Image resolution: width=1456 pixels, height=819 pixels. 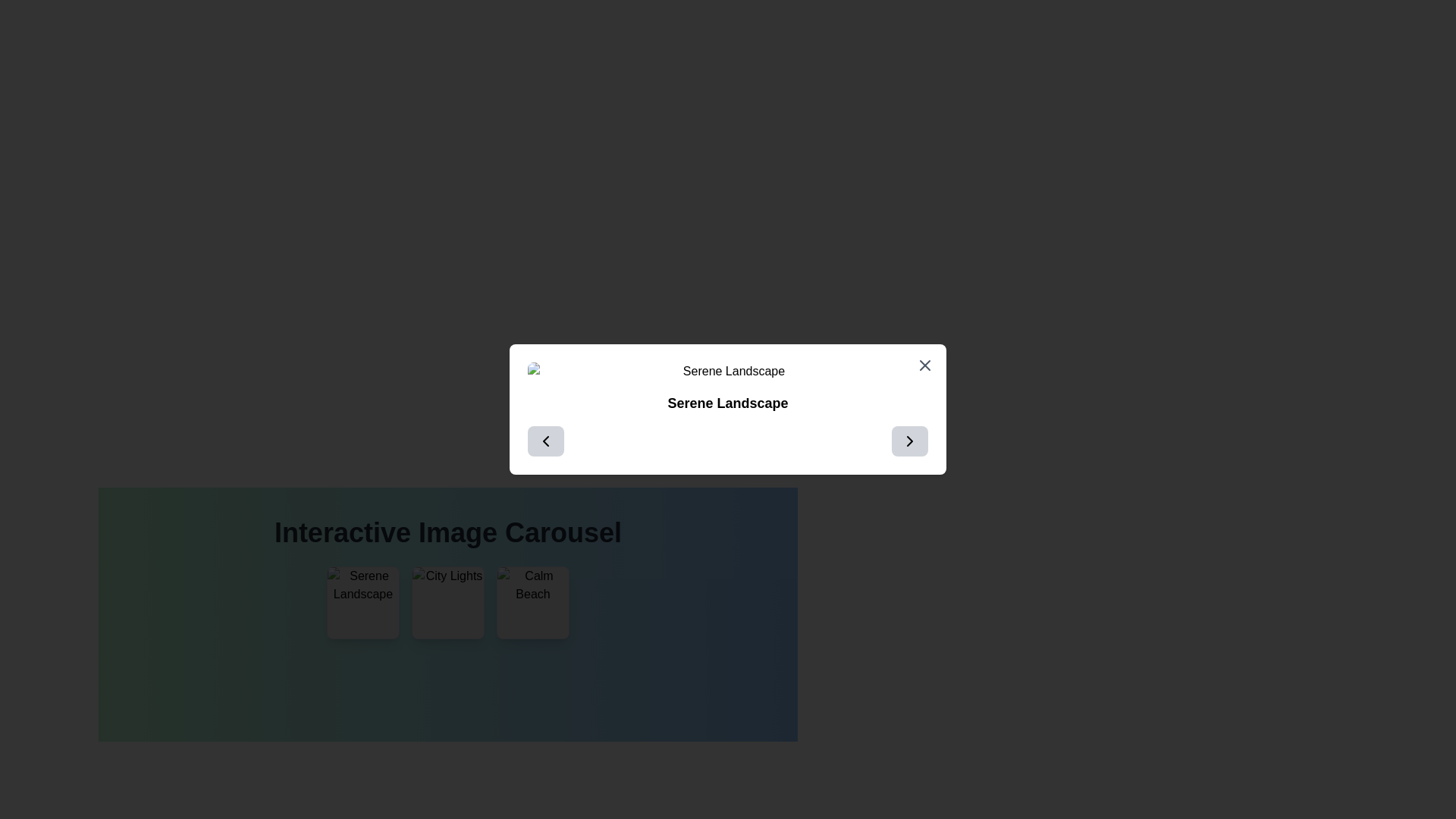 What do you see at coordinates (546, 441) in the screenshot?
I see `the left-facing chevron icon embedded in the button on the left side of the modal window` at bounding box center [546, 441].